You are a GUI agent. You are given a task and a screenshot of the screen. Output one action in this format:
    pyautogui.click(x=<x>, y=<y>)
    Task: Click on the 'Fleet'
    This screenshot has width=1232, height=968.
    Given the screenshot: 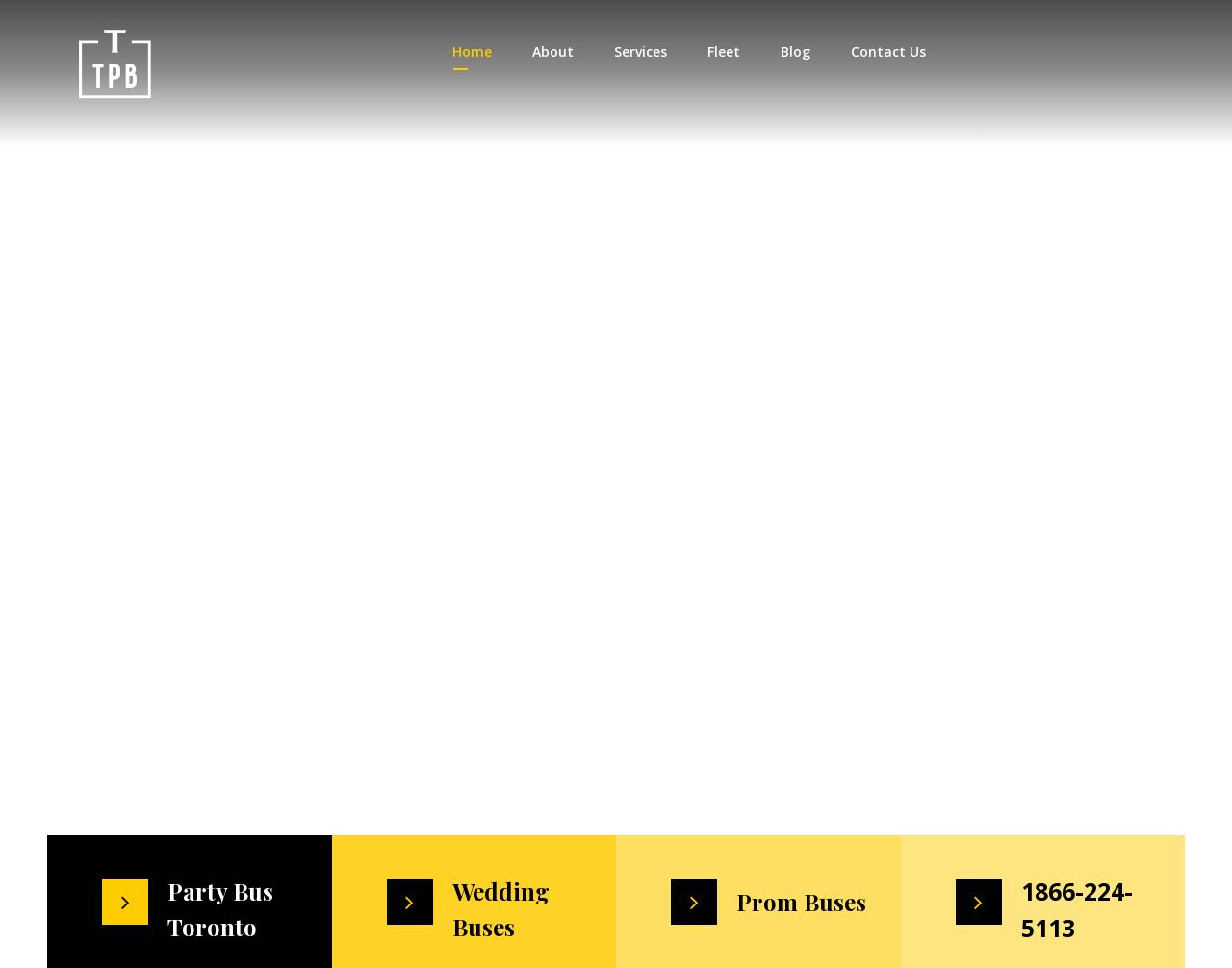 What is the action you would take?
    pyautogui.click(x=721, y=51)
    